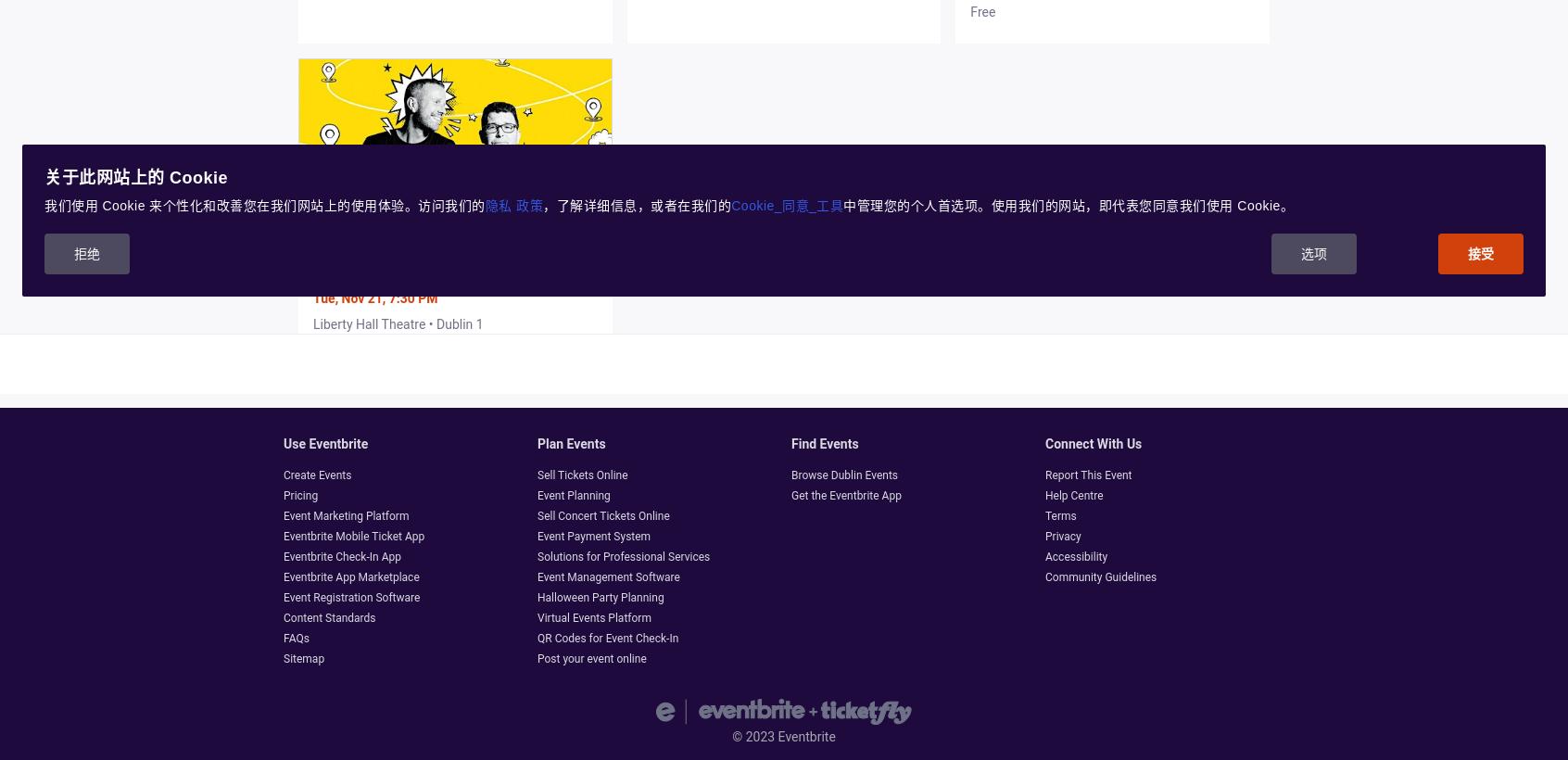 The width and height of the screenshot is (1568, 760). I want to click on 'FAQs', so click(283, 638).